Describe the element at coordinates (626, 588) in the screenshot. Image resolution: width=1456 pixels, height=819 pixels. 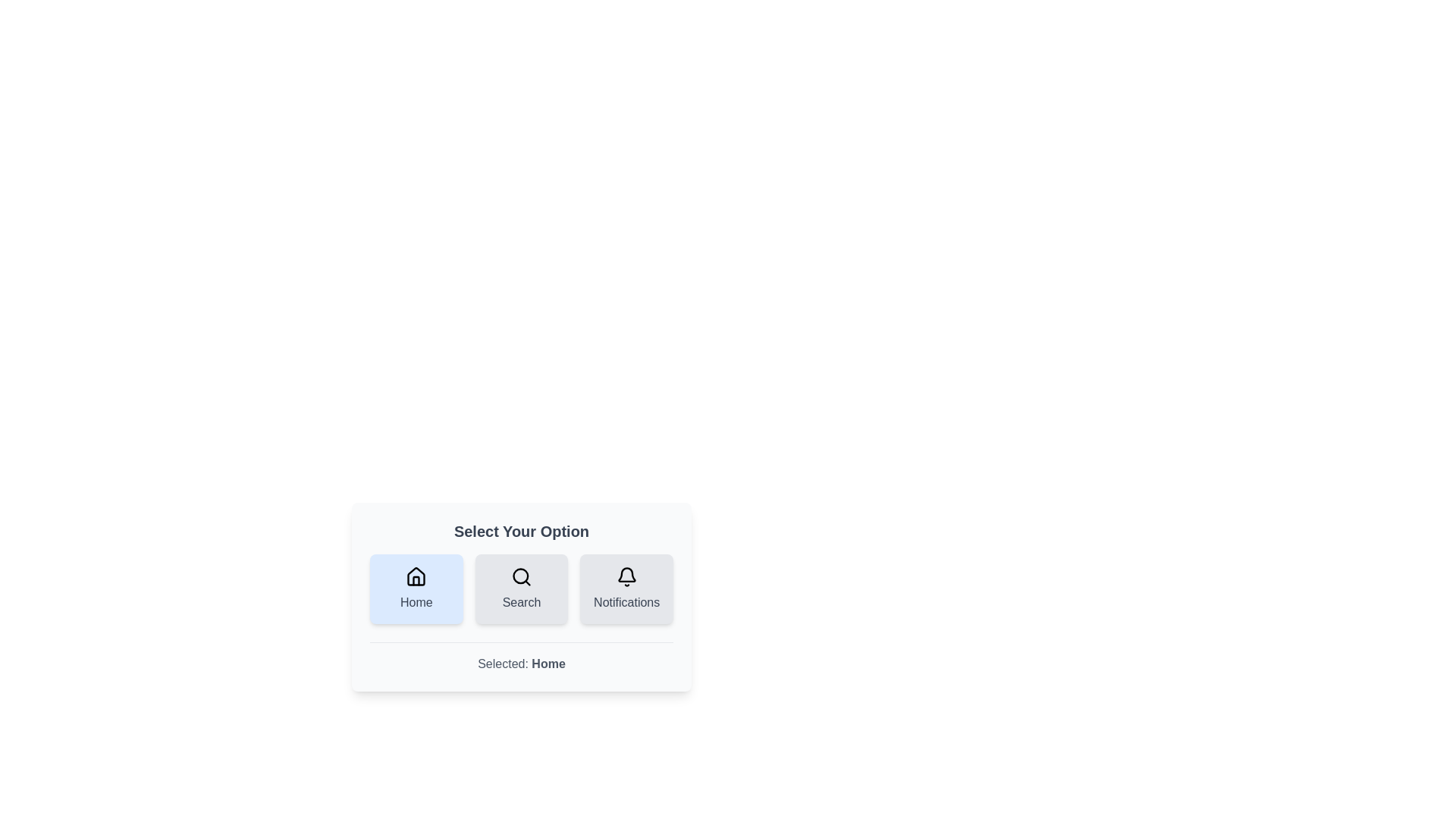
I see `the button labeled 'Notifications' to observe its hover effect` at that location.